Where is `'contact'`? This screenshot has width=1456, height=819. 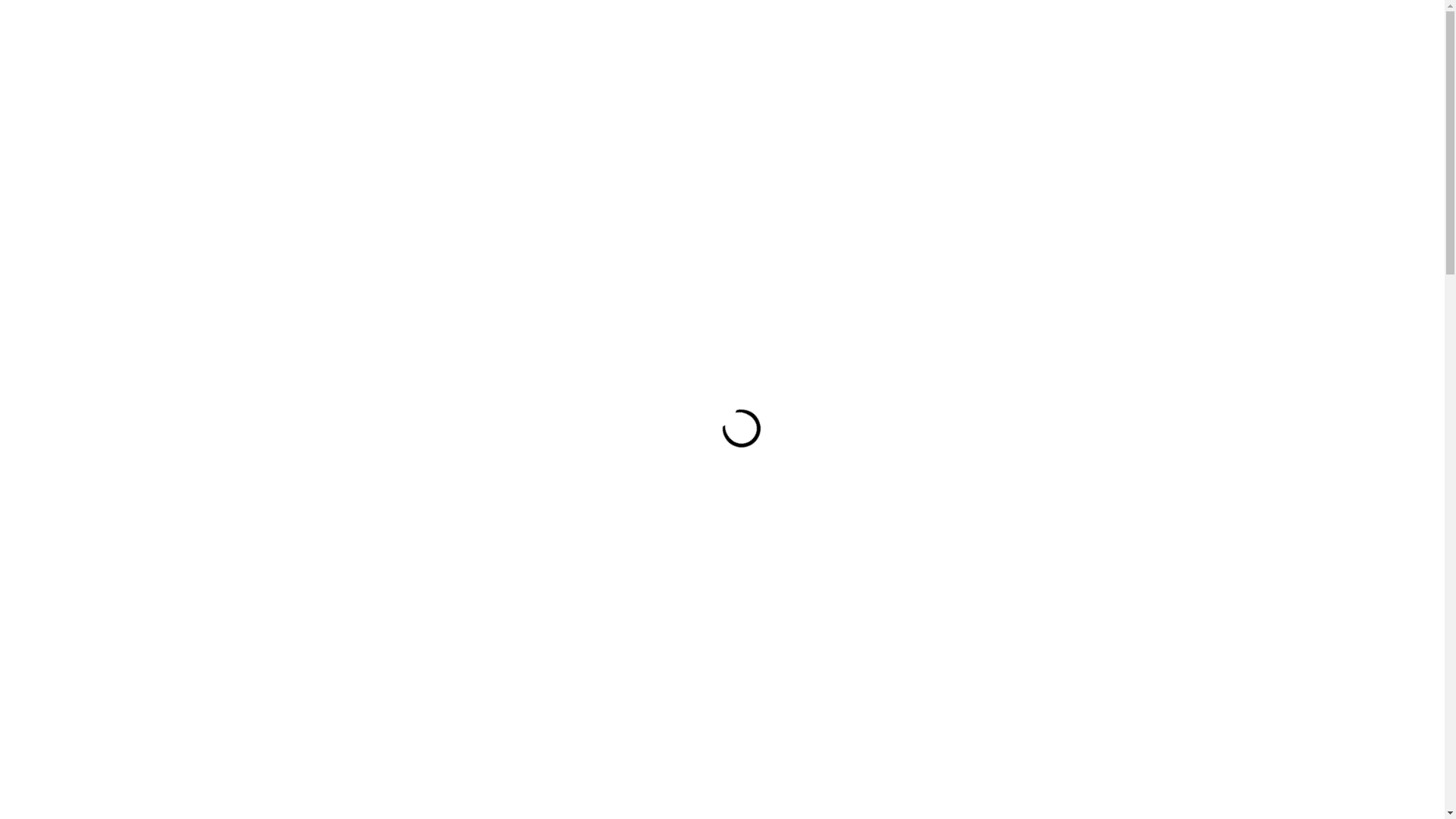
'contact' is located at coordinates (607, 52).